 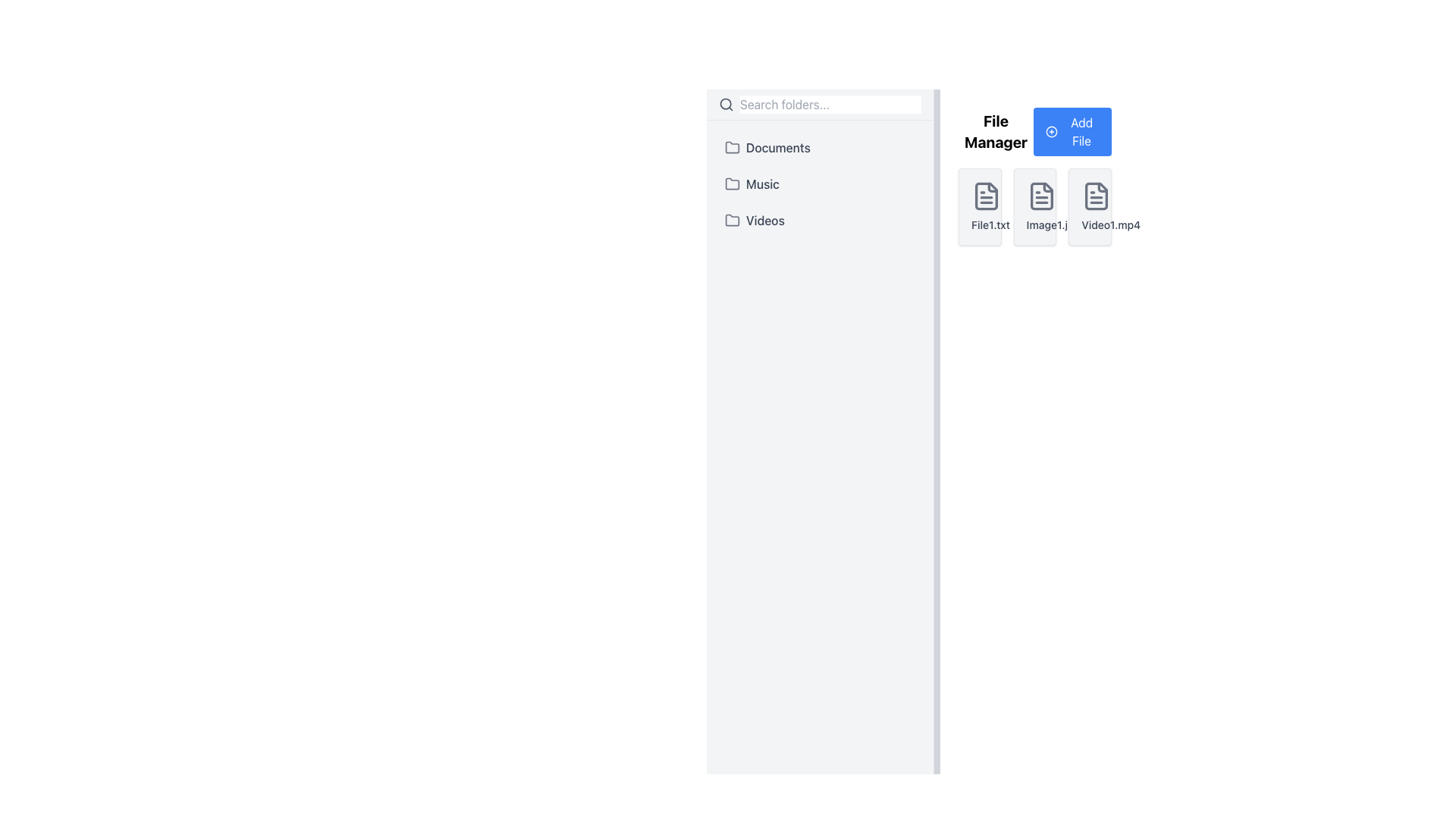 What do you see at coordinates (732, 184) in the screenshot?
I see `the gray folder icon with rounded corners located to the left of the 'Music' label in the navigation sidebar` at bounding box center [732, 184].